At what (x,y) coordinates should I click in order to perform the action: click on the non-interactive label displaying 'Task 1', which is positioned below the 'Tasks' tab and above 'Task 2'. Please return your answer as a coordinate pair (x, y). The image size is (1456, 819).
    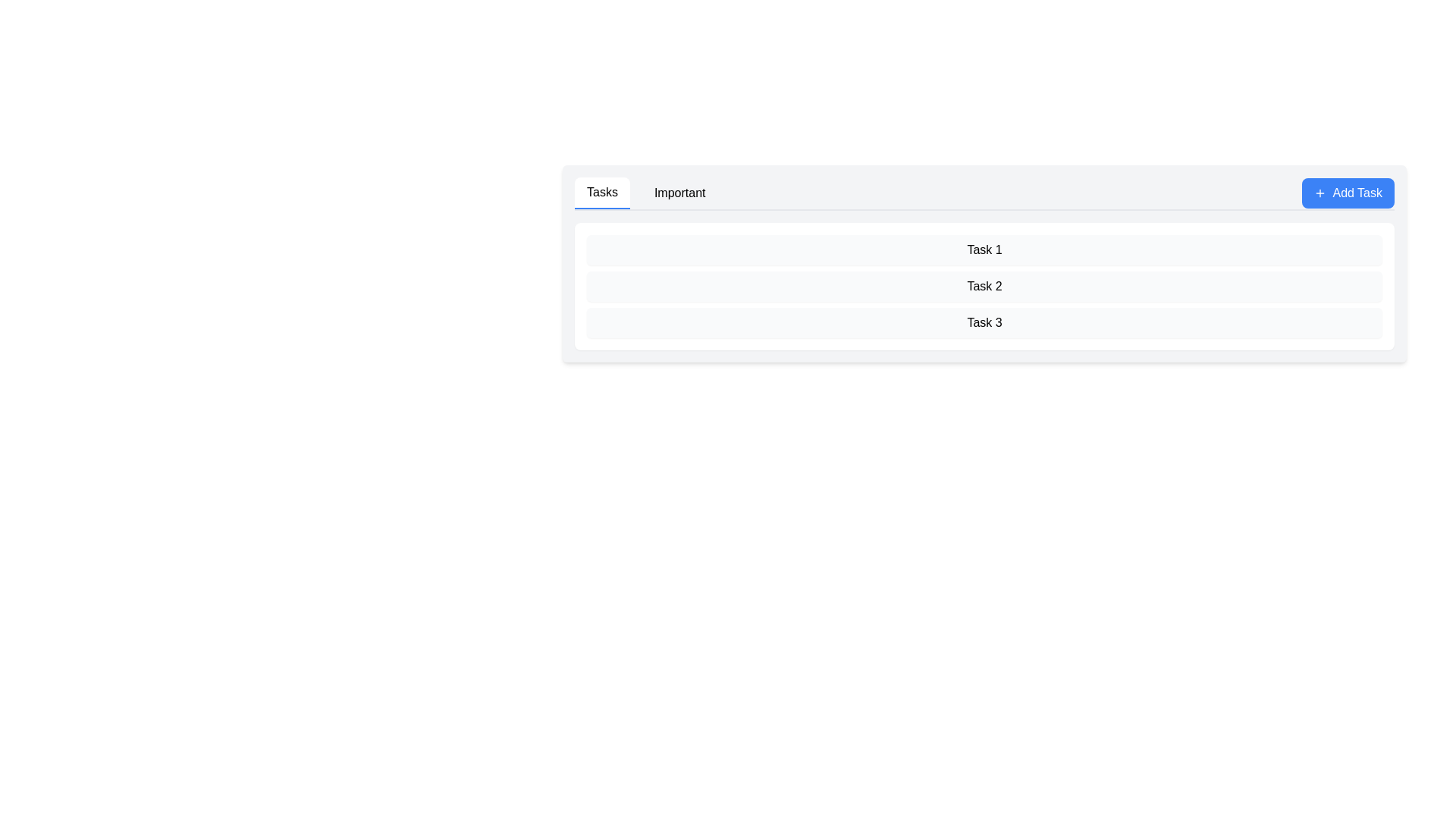
    Looking at the image, I should click on (984, 249).